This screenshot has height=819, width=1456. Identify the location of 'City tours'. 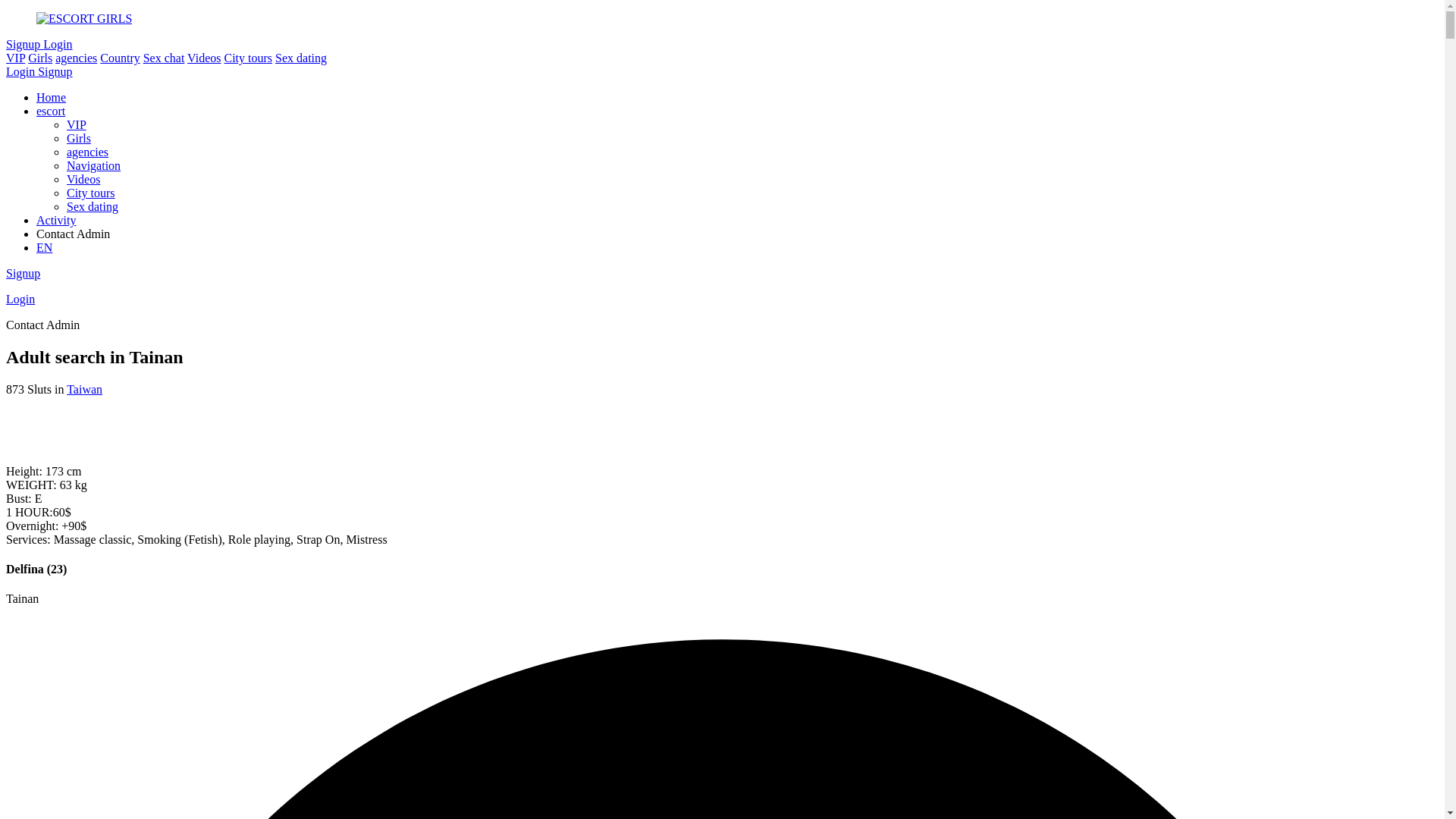
(90, 192).